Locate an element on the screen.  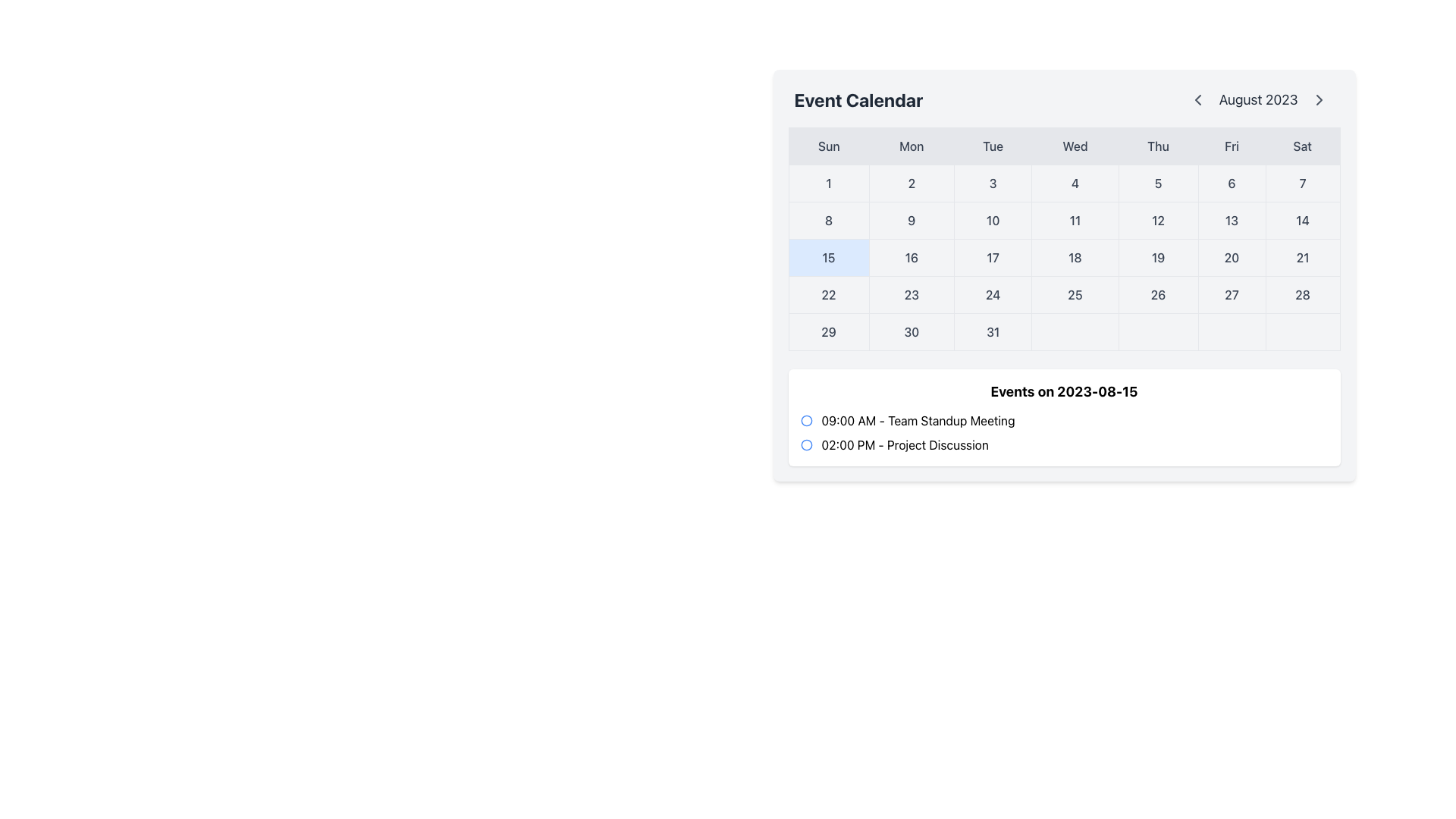
the text label displaying 'Sat' in a bold, centered font, located at the top of a day column in the calendar interface is located at coordinates (1302, 146).